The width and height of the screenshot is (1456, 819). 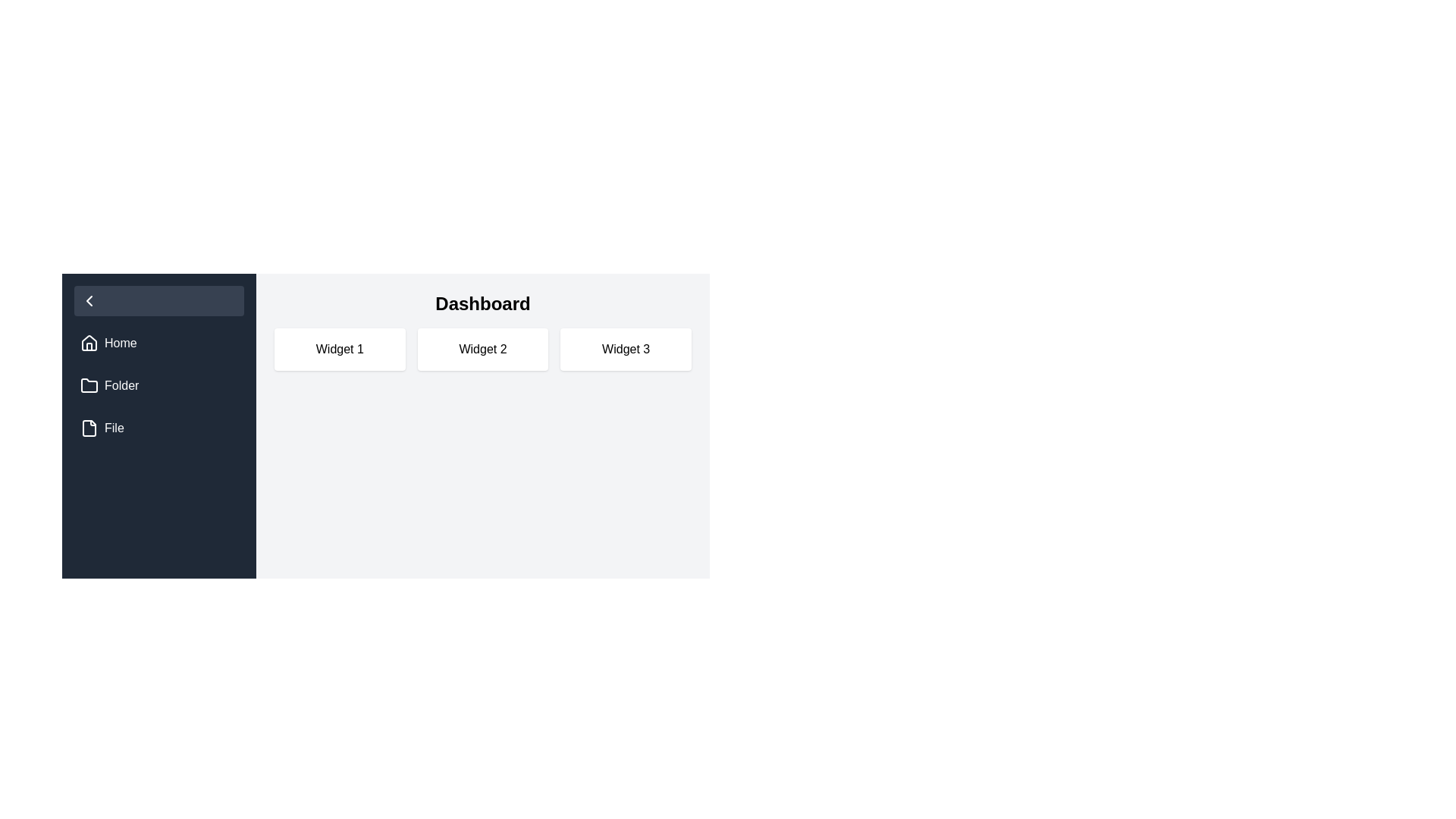 What do you see at coordinates (89, 342) in the screenshot?
I see `the 'Home' navigation icon located in the side navigation panel, which is the first icon in the vertical list, positioned next to the 'Home' text label` at bounding box center [89, 342].